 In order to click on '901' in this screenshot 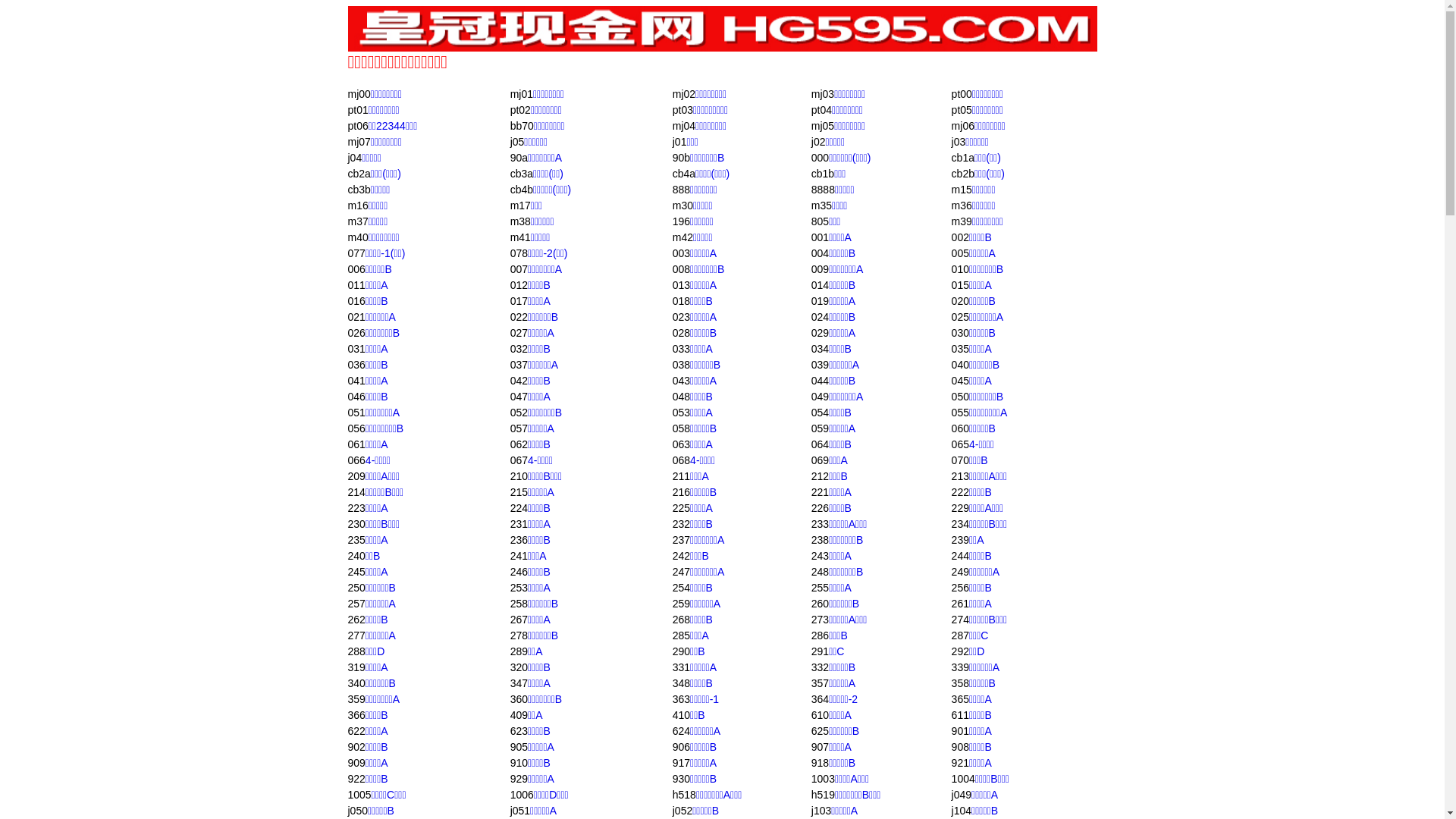, I will do `click(959, 730)`.